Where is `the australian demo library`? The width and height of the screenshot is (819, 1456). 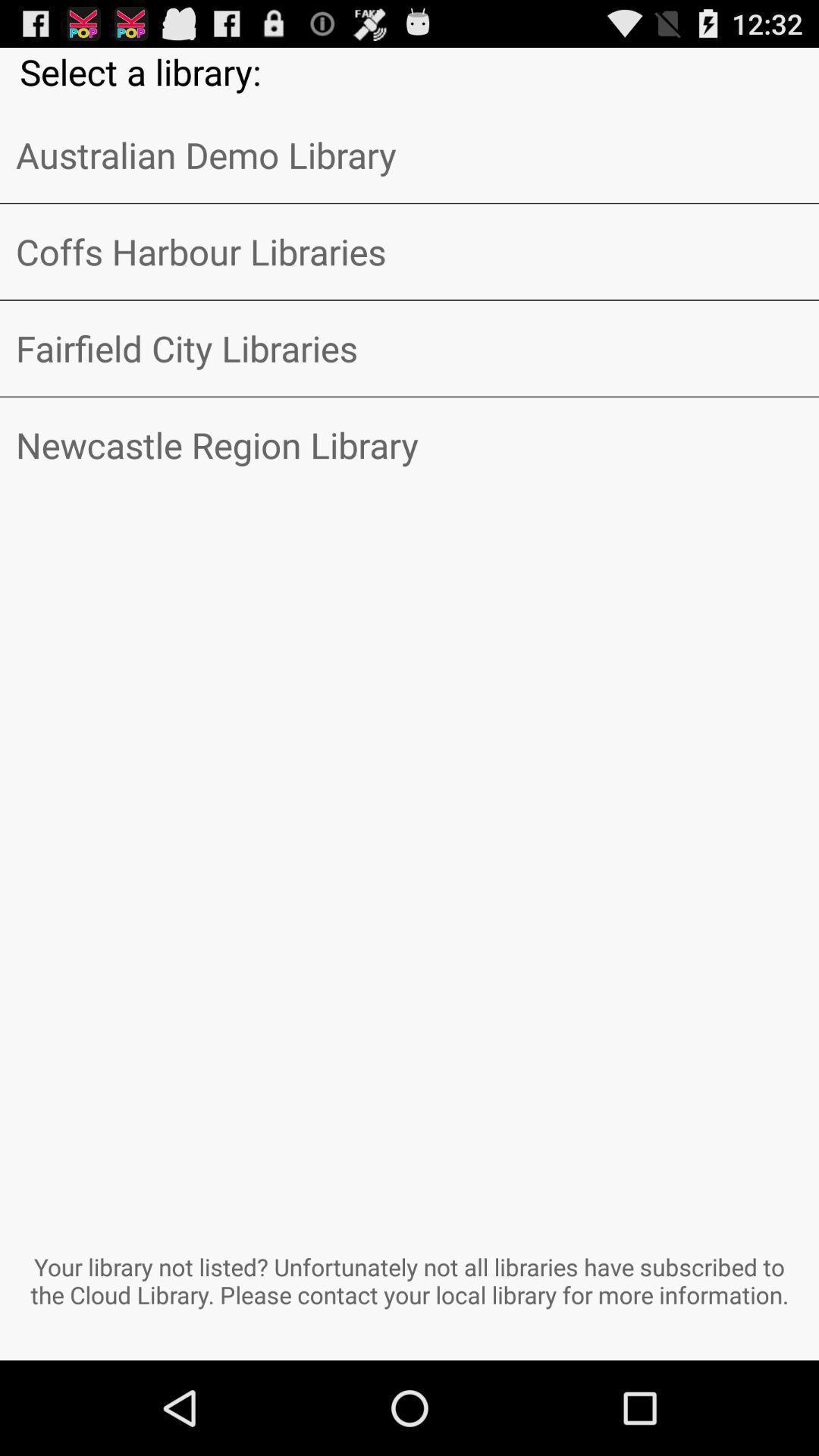 the australian demo library is located at coordinates (409, 155).